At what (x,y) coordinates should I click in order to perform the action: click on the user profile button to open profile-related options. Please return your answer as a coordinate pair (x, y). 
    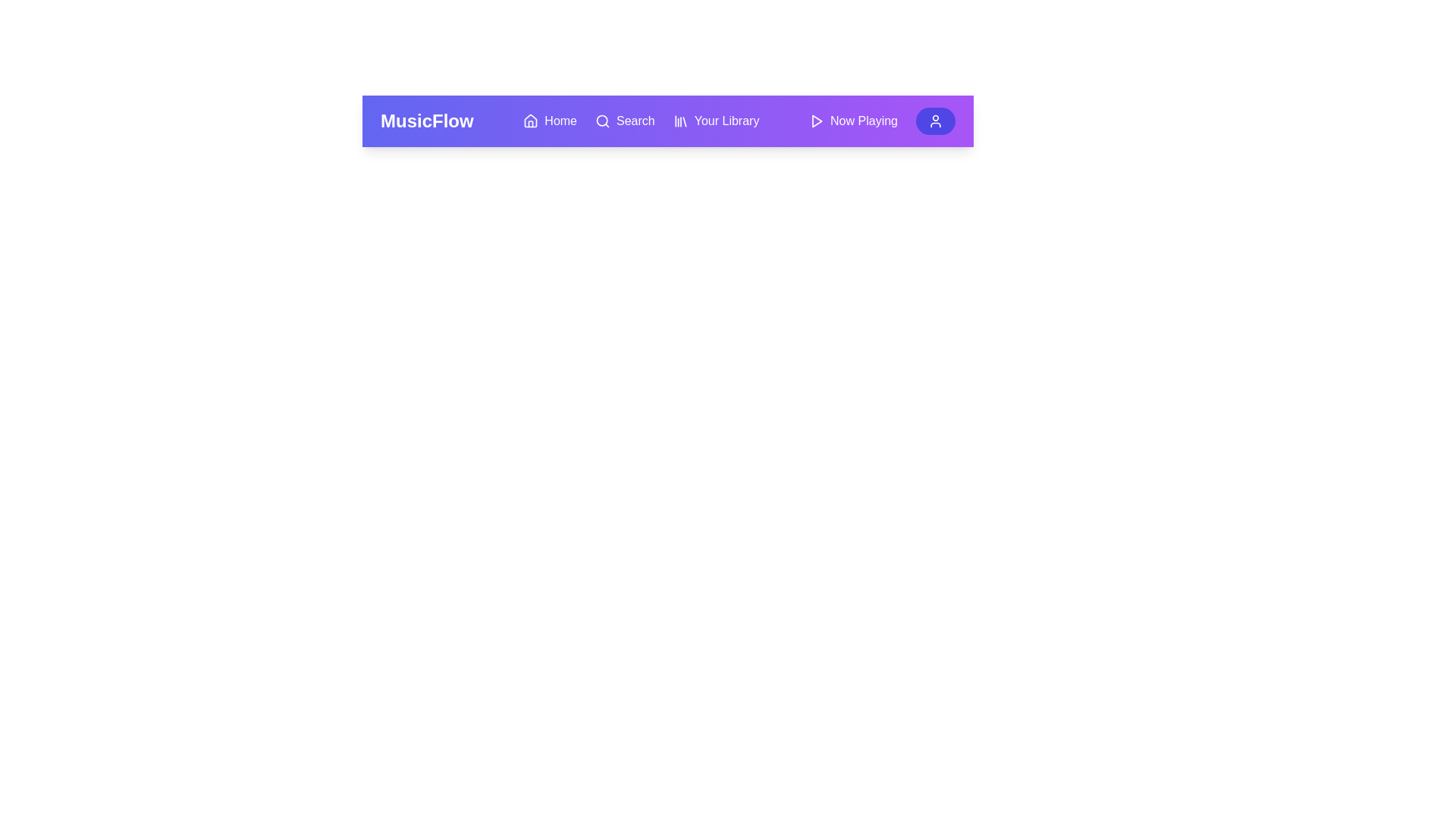
    Looking at the image, I should click on (934, 120).